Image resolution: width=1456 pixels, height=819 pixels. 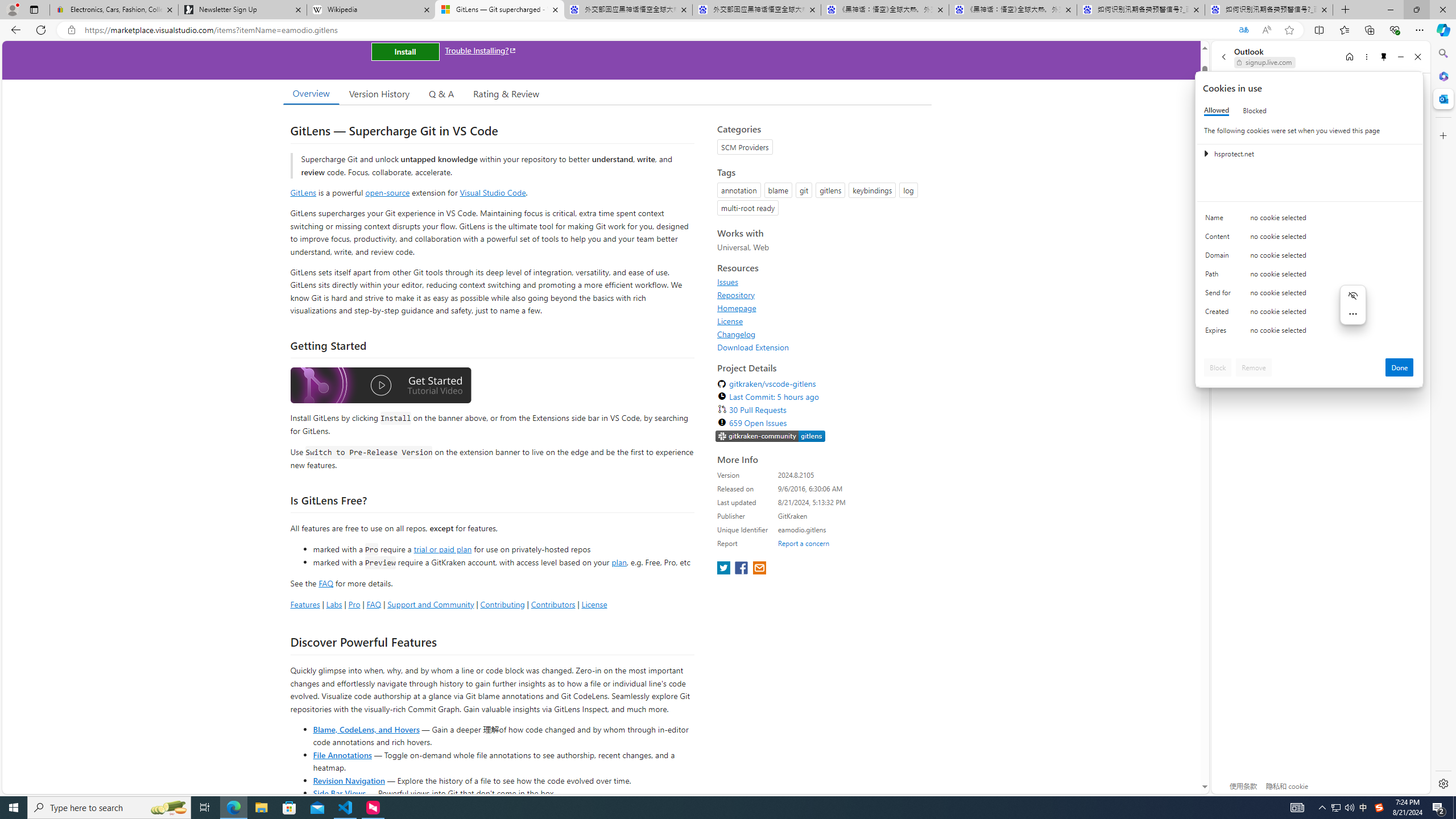 I want to click on 'Send for', so click(x=1219, y=295).